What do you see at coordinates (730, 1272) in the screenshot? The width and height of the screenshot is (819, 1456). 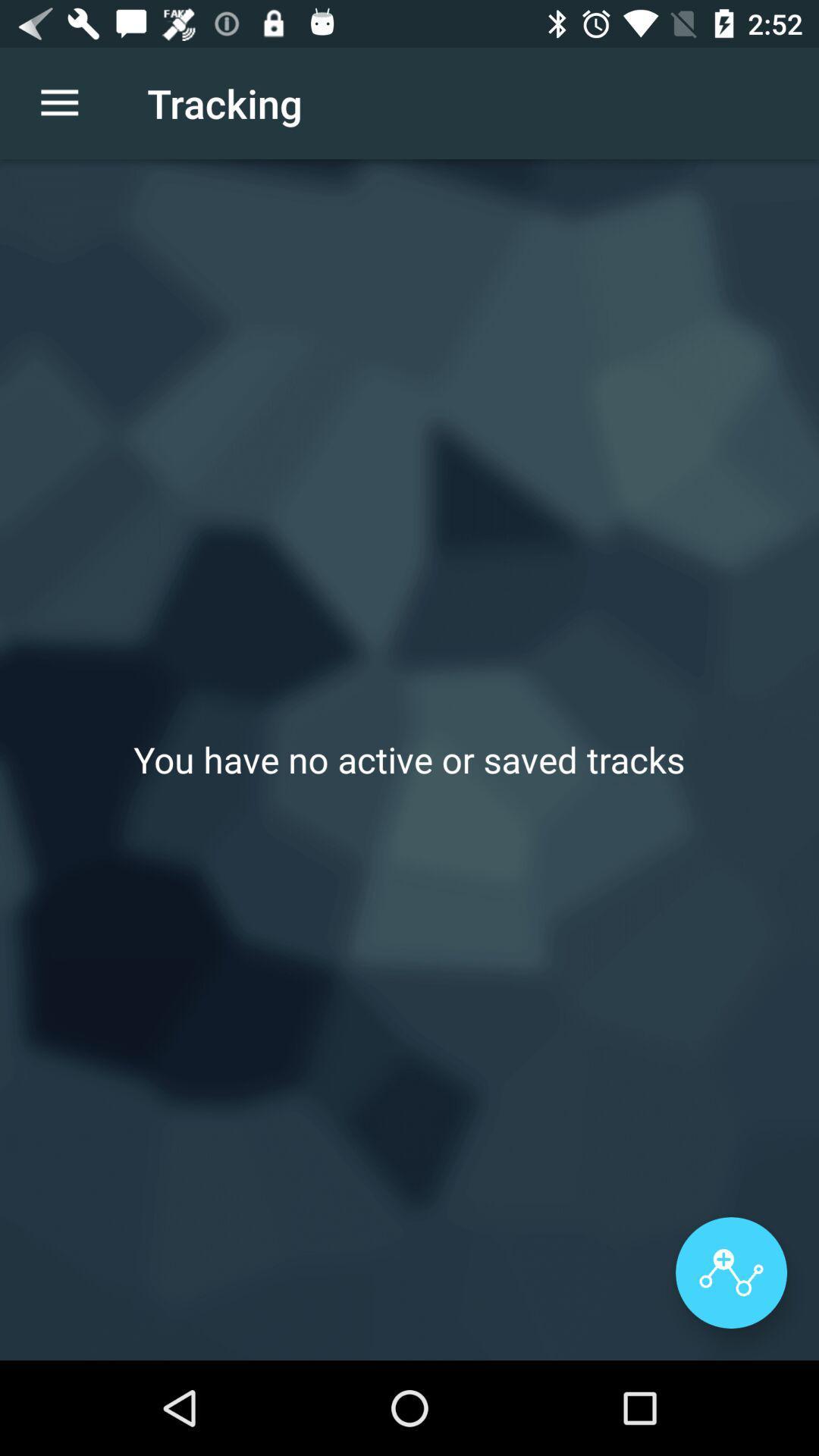 I see `share the article` at bounding box center [730, 1272].